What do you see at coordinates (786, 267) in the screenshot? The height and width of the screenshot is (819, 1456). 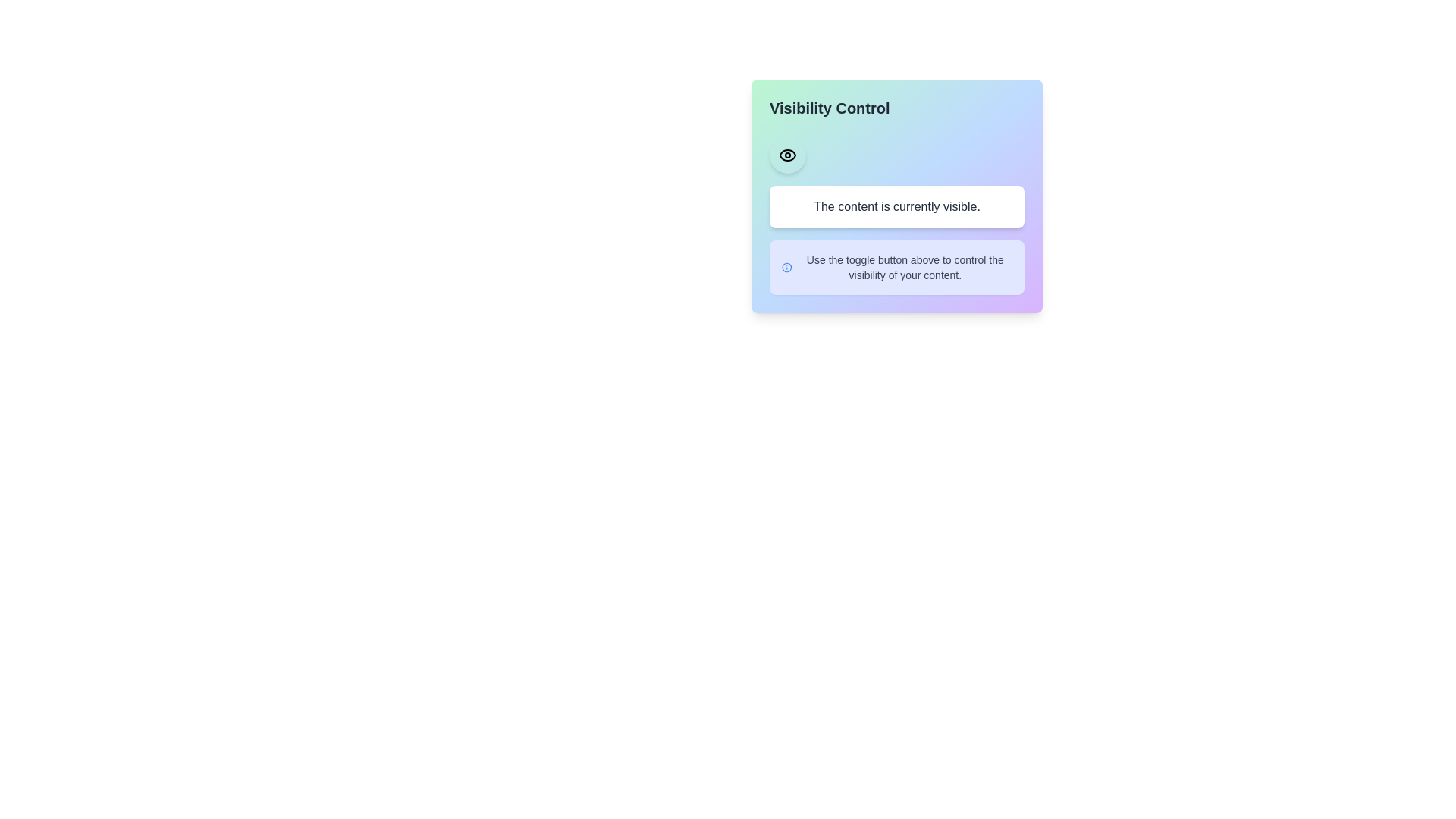 I see `the informational icon to display additional information` at bounding box center [786, 267].